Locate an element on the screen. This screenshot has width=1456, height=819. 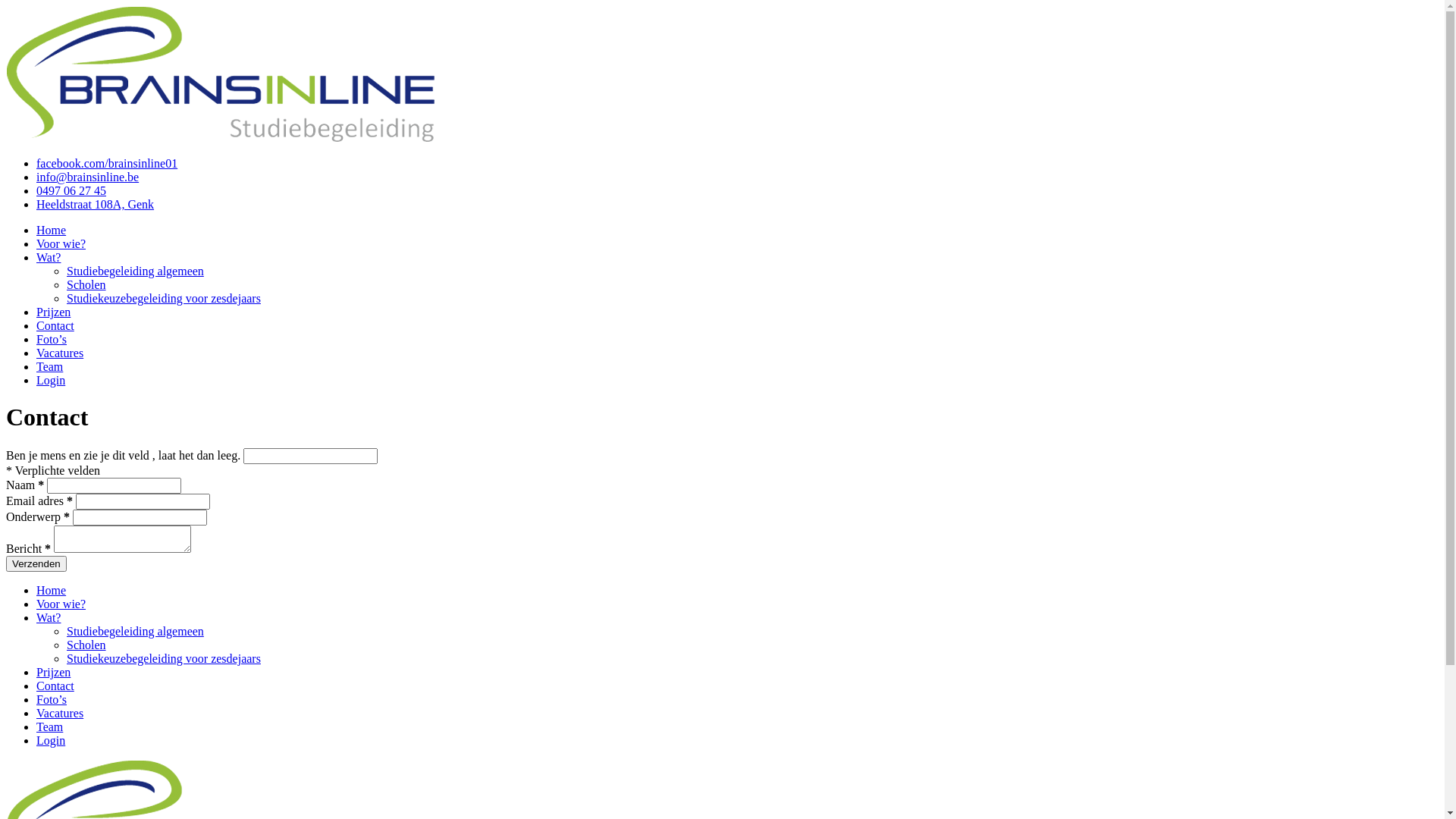
'Studiebegeleiding algemeen' is located at coordinates (135, 631).